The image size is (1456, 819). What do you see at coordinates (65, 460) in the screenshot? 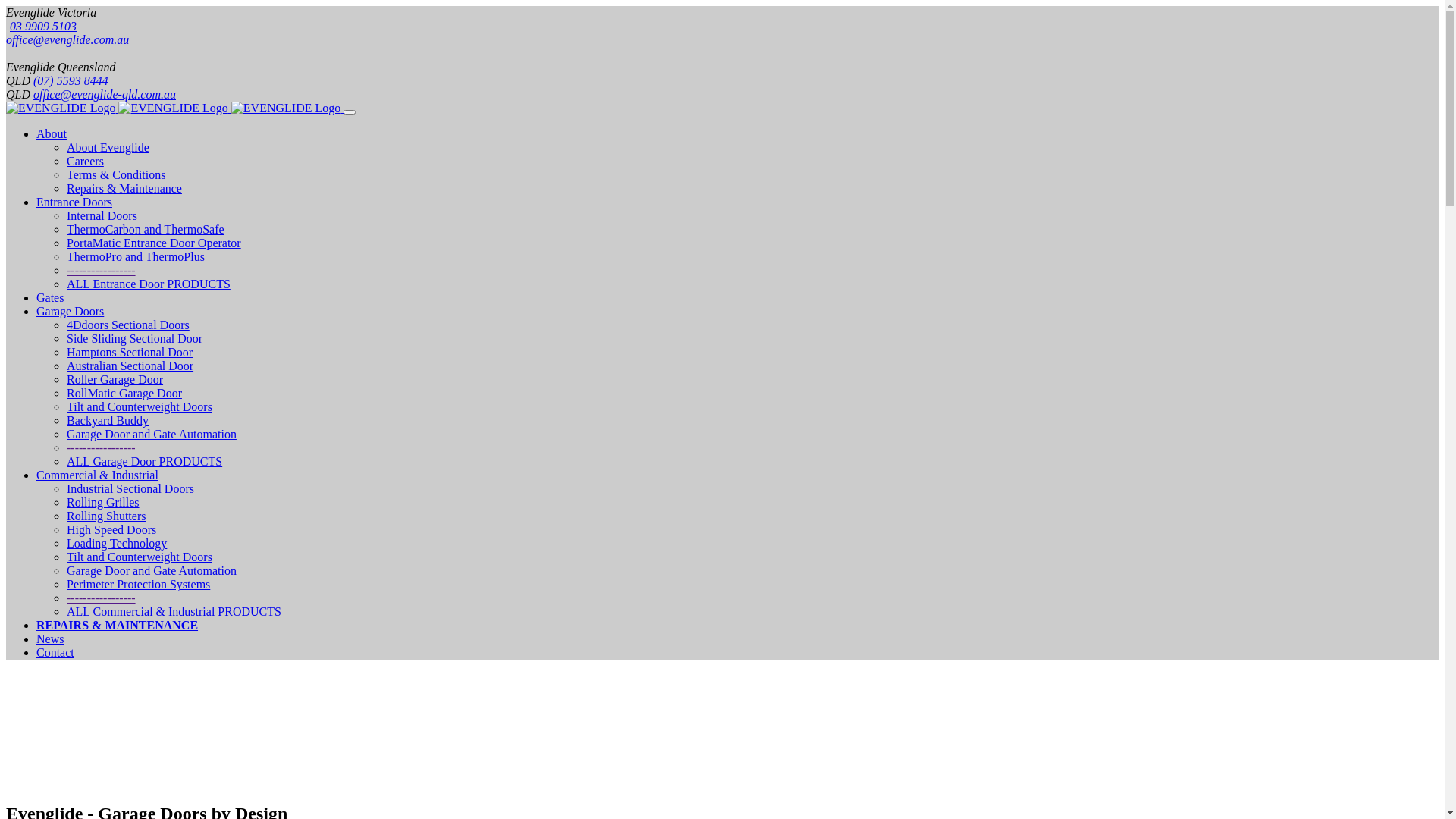
I see `'ALL Garage Door PRODUCTS'` at bounding box center [65, 460].